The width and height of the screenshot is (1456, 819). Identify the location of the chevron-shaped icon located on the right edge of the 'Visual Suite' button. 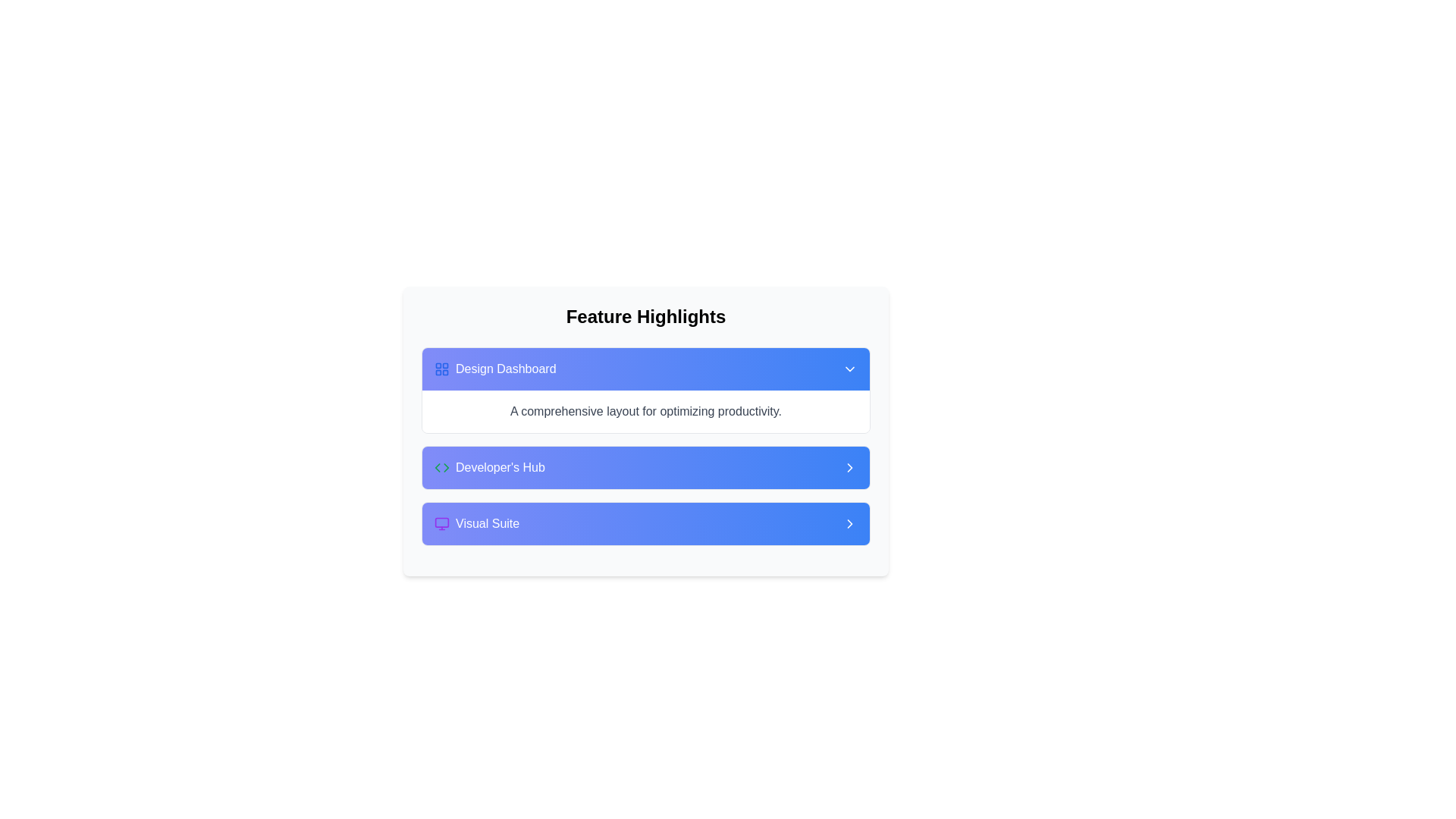
(850, 522).